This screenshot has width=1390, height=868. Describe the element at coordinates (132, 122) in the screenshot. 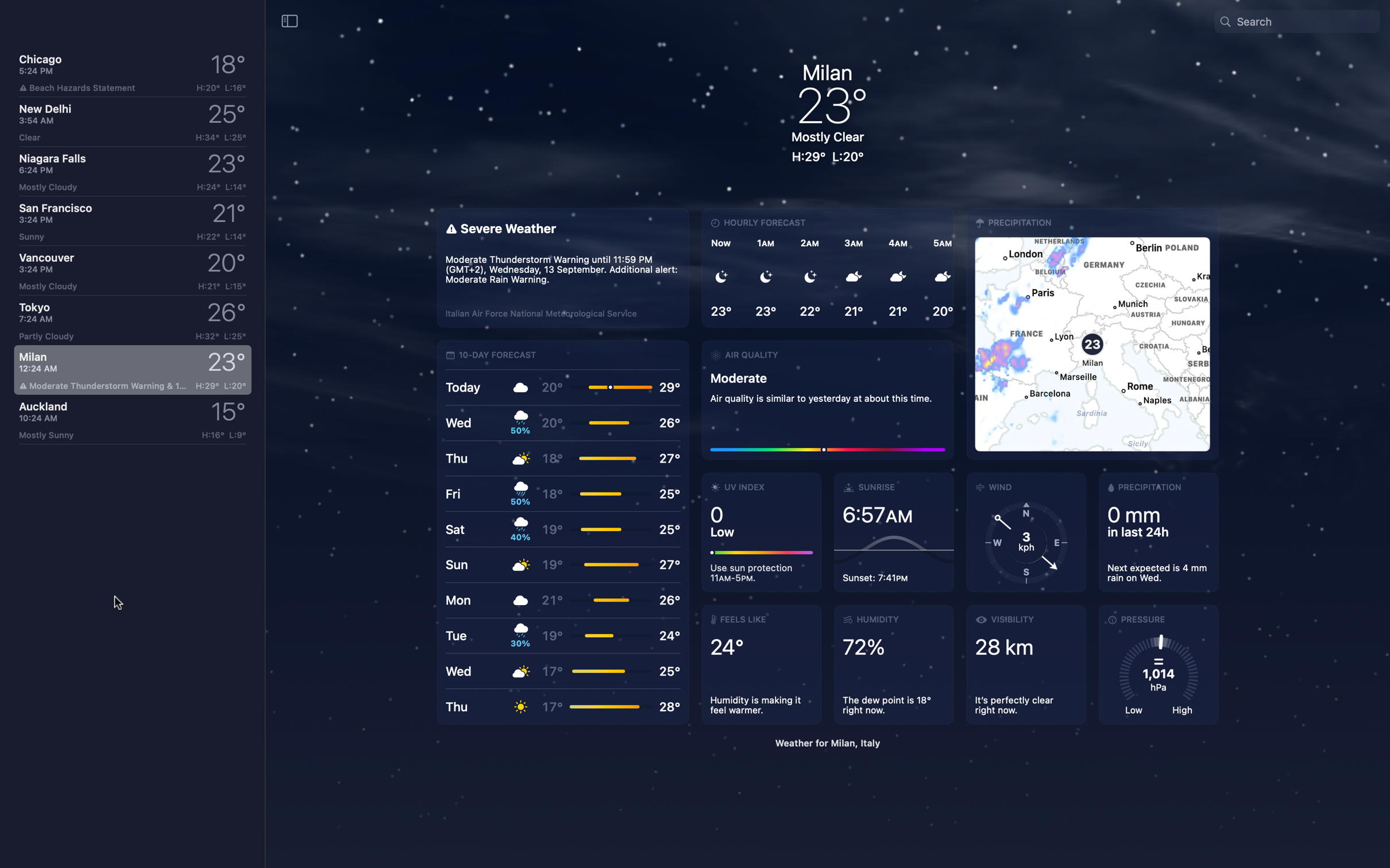

I see `Look up weather conditions in New Delhi` at that location.